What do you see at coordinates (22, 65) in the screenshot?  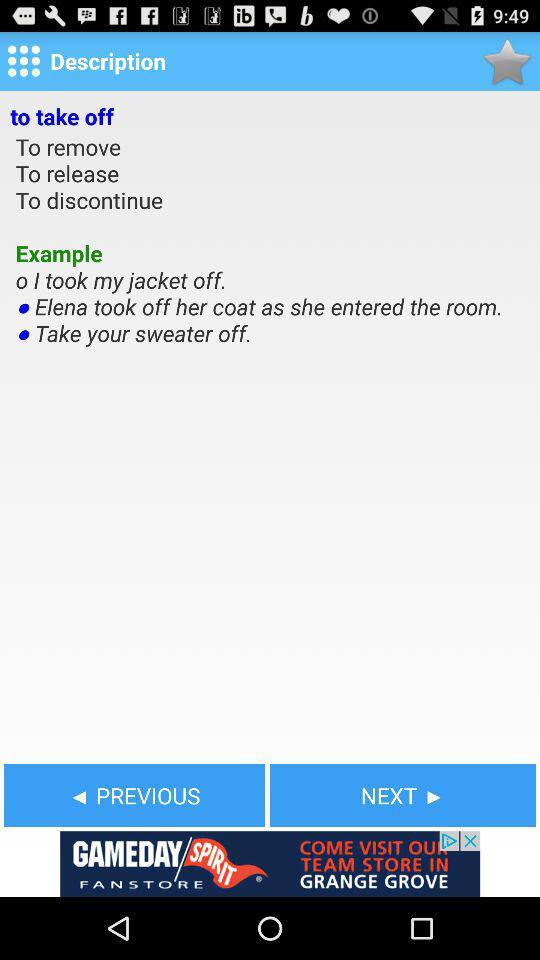 I see `the dialpad icon` at bounding box center [22, 65].